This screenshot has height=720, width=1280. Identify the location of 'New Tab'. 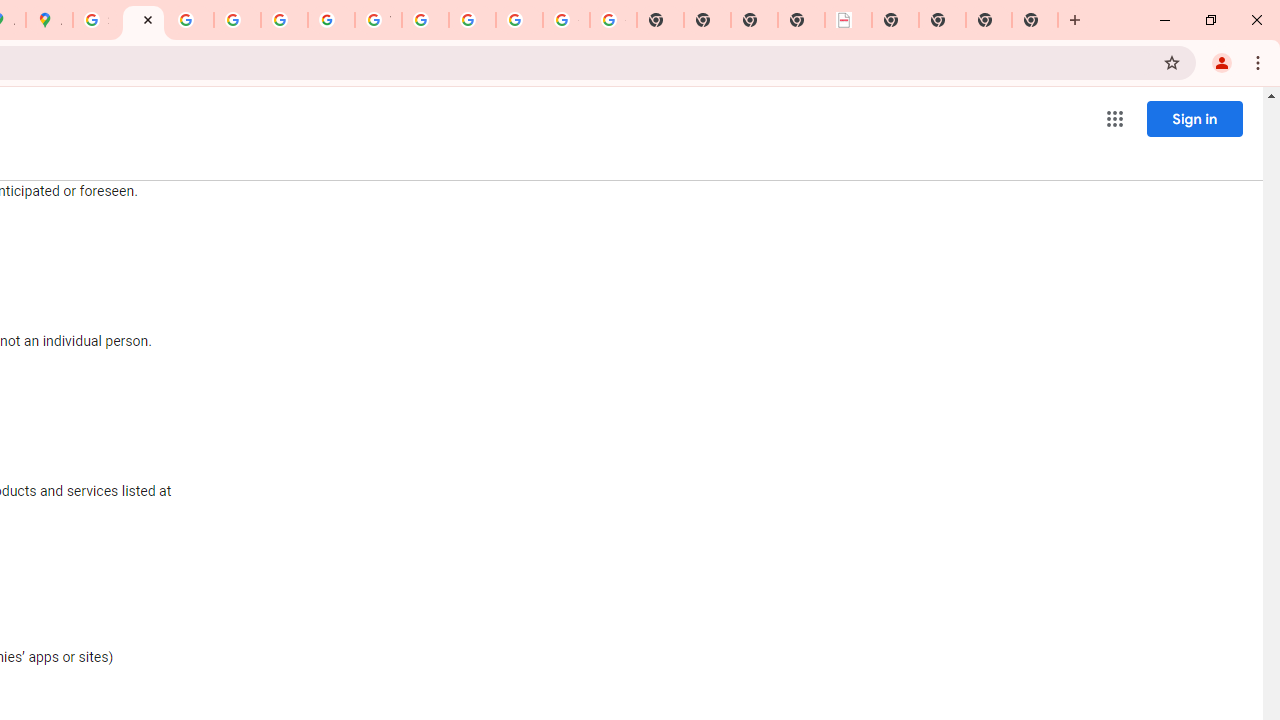
(989, 20).